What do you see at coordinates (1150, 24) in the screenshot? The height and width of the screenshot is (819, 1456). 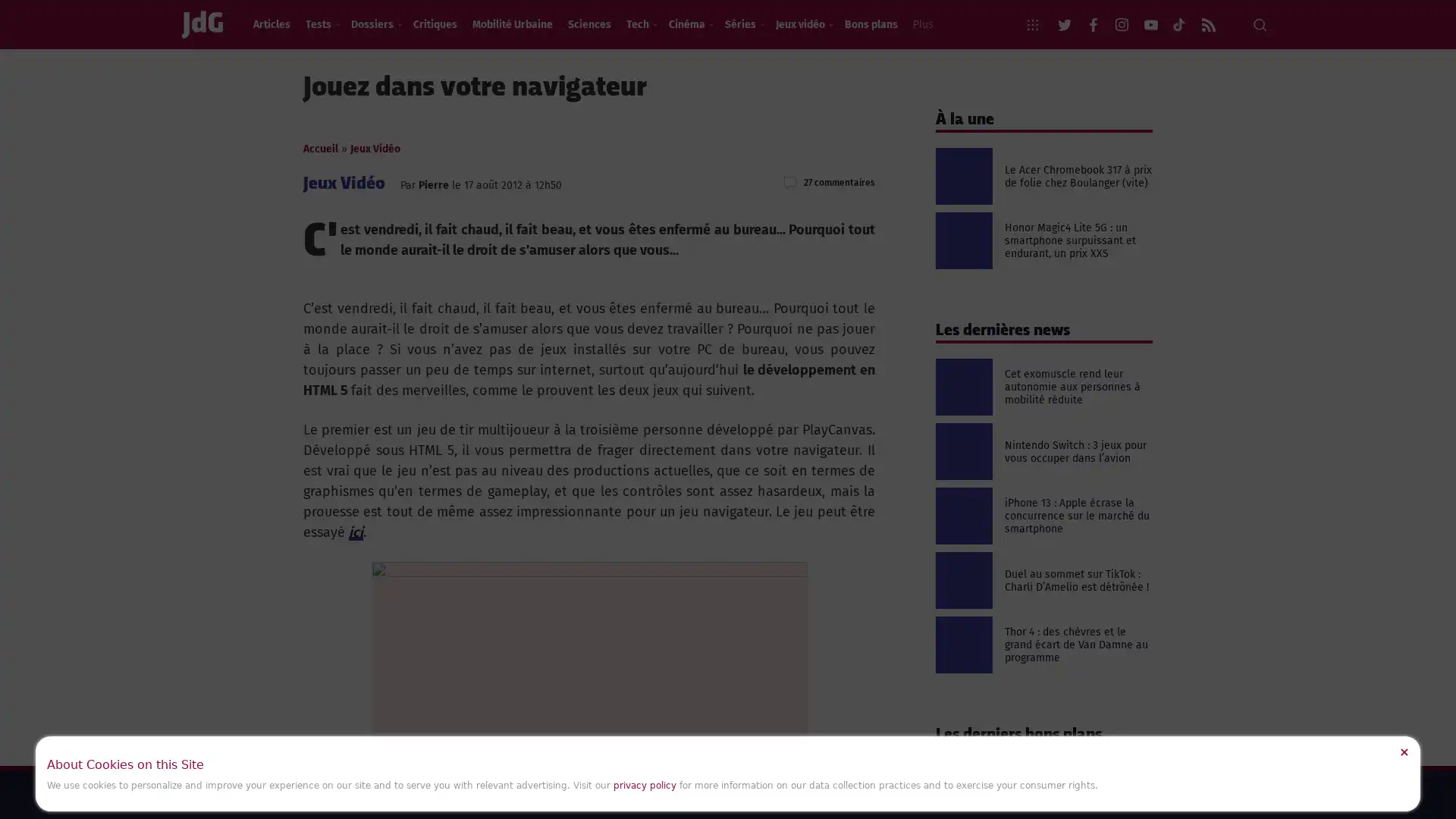 I see `youtube` at bounding box center [1150, 24].